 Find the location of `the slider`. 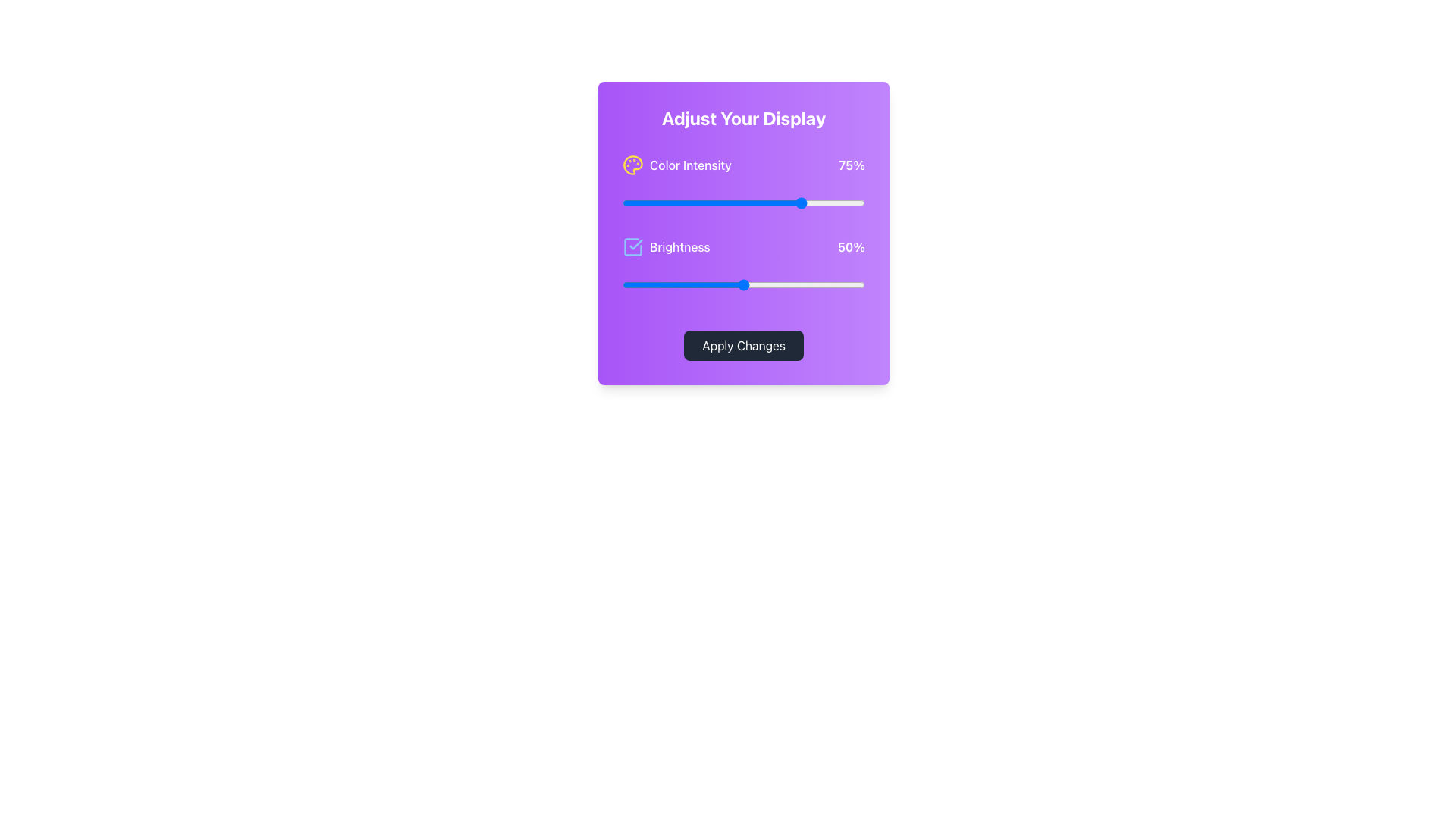

the slider is located at coordinates (679, 202).